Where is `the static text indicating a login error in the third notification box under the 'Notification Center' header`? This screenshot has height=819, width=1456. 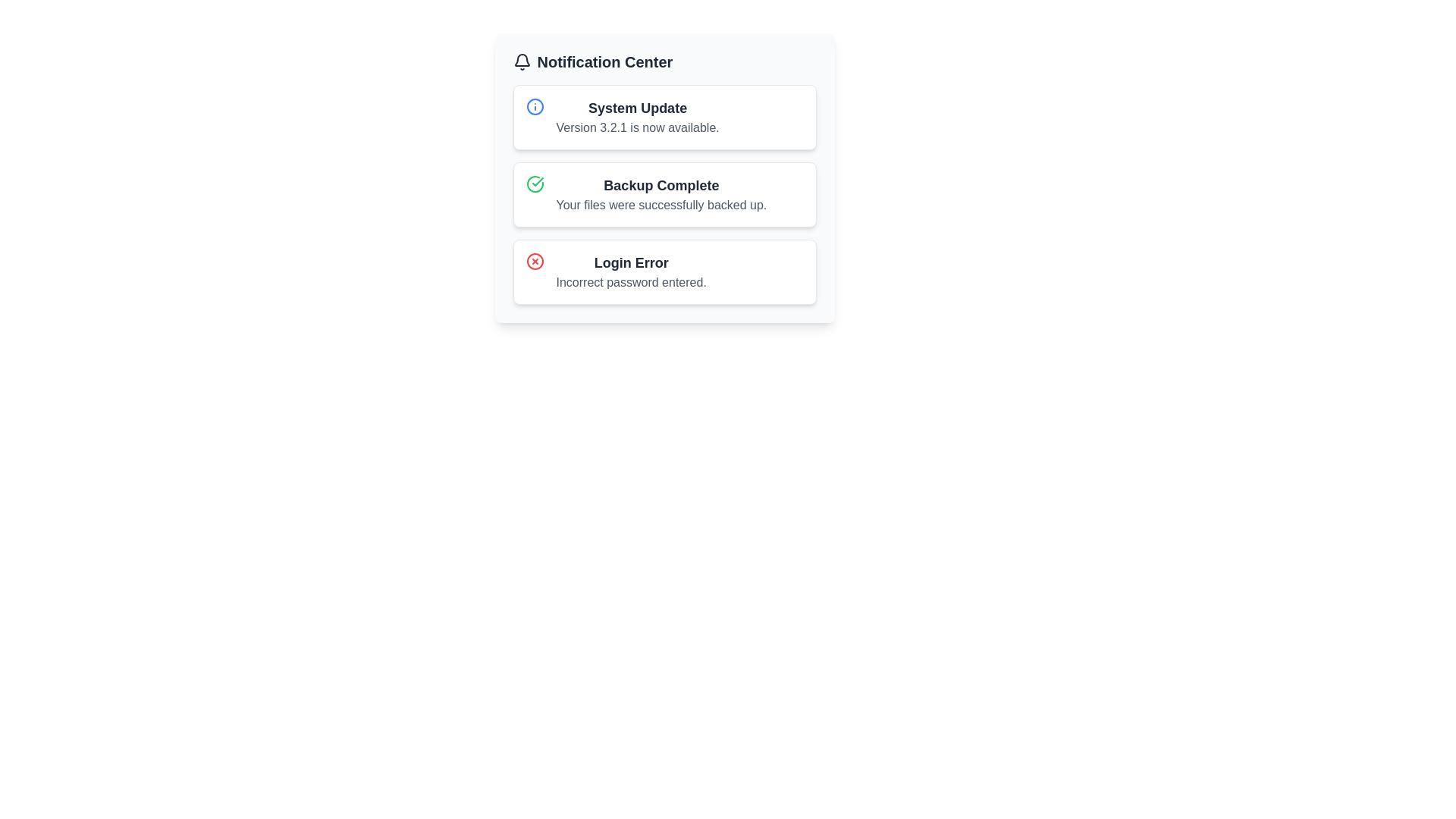 the static text indicating a login error in the third notification box under the 'Notification Center' header is located at coordinates (631, 262).